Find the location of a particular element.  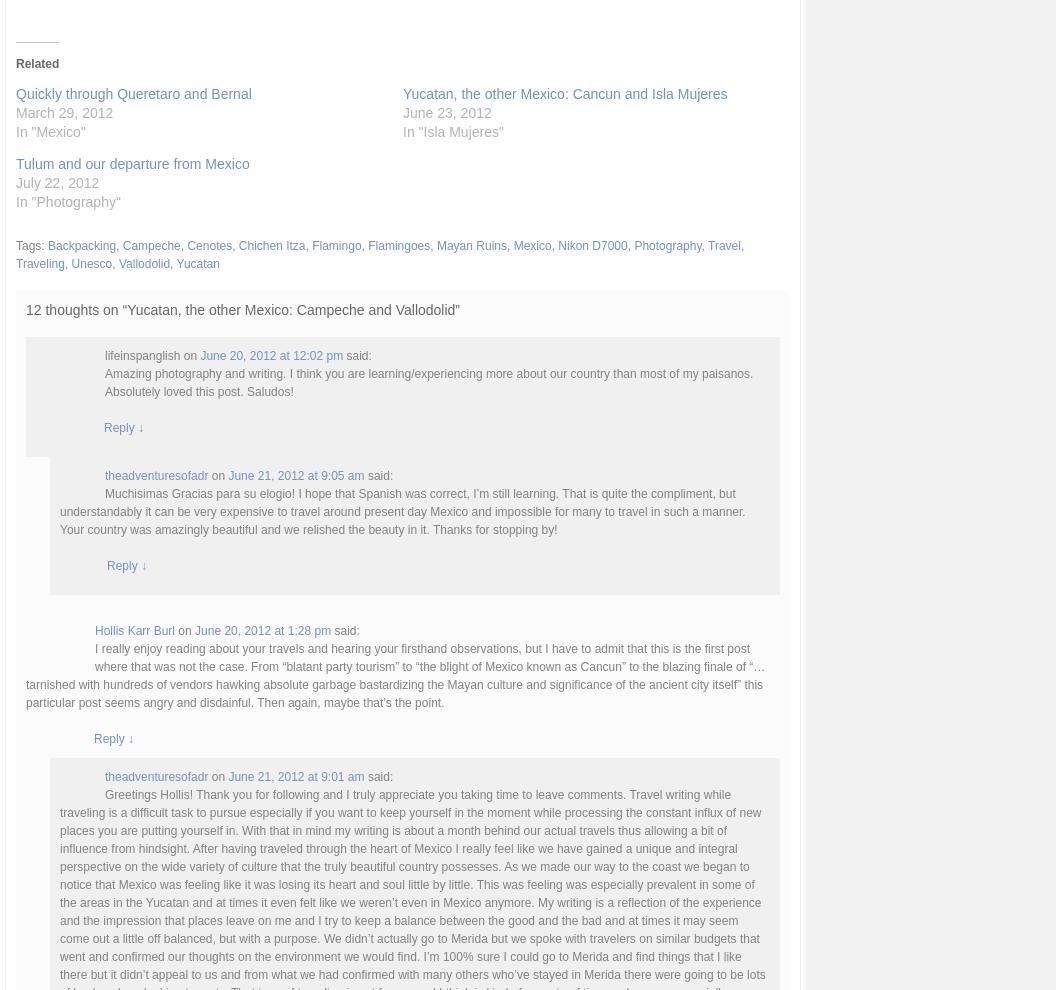

'lifeinspanglish' is located at coordinates (142, 355).